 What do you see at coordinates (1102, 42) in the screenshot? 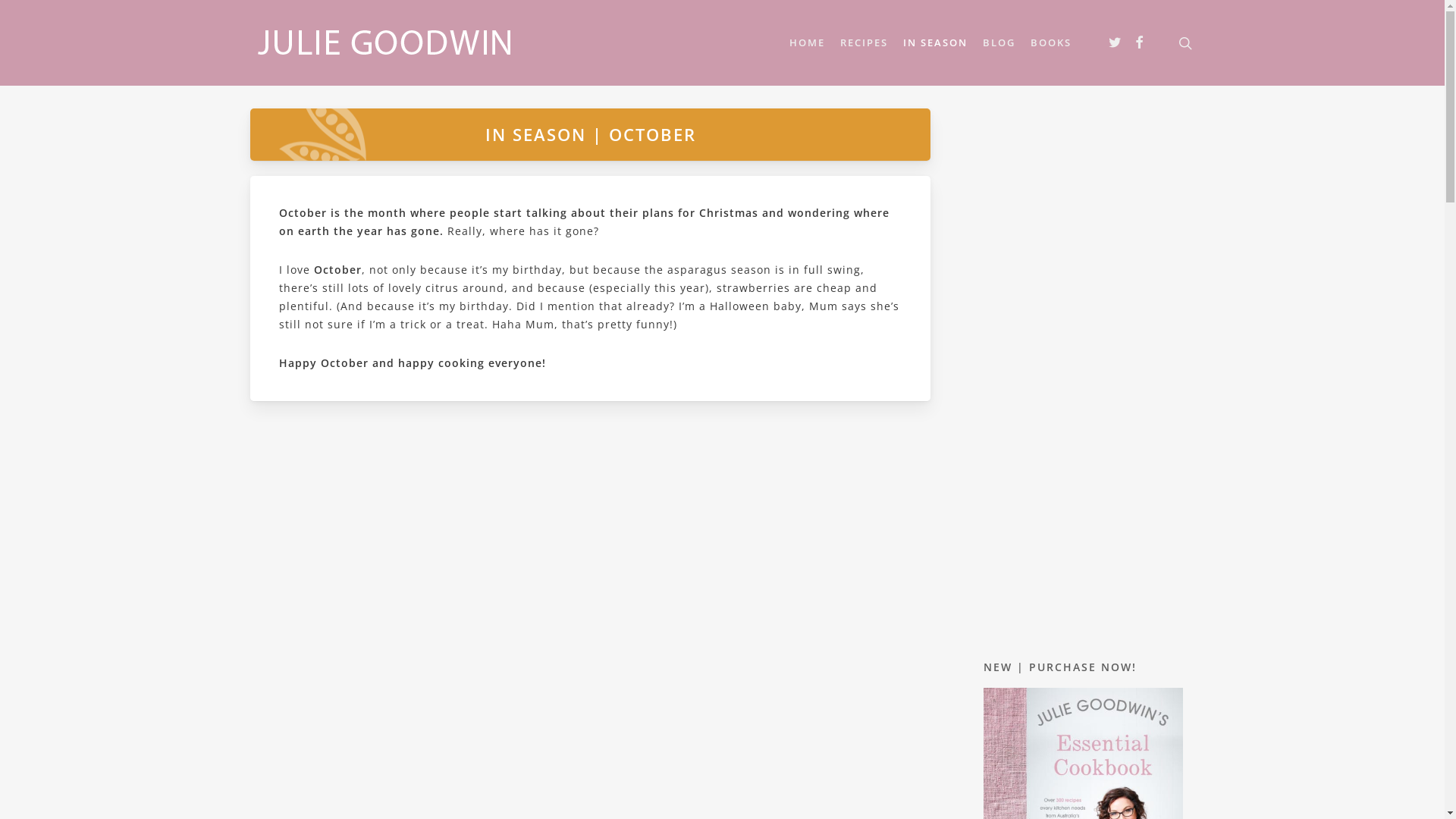
I see `'TWITTER'` at bounding box center [1102, 42].